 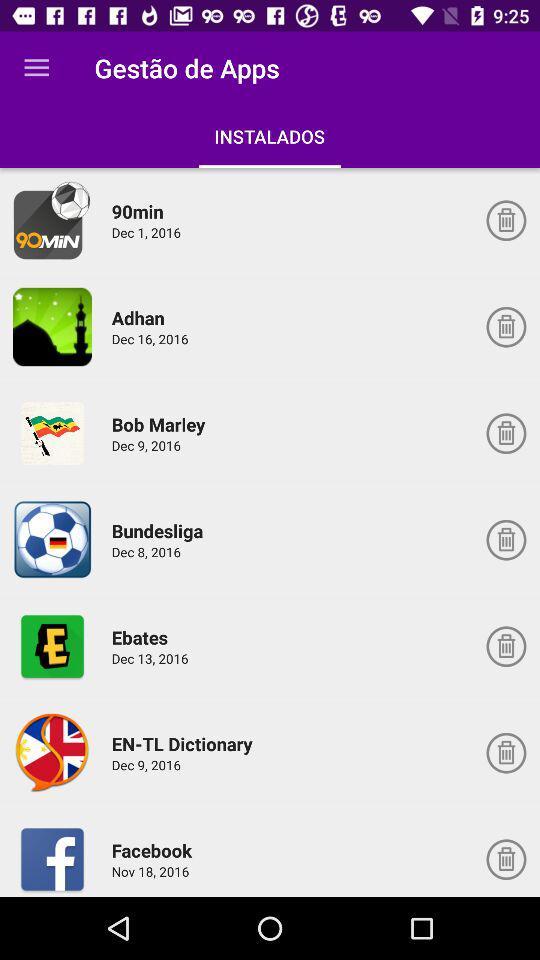 What do you see at coordinates (185, 743) in the screenshot?
I see `the en-tl dictionary item` at bounding box center [185, 743].